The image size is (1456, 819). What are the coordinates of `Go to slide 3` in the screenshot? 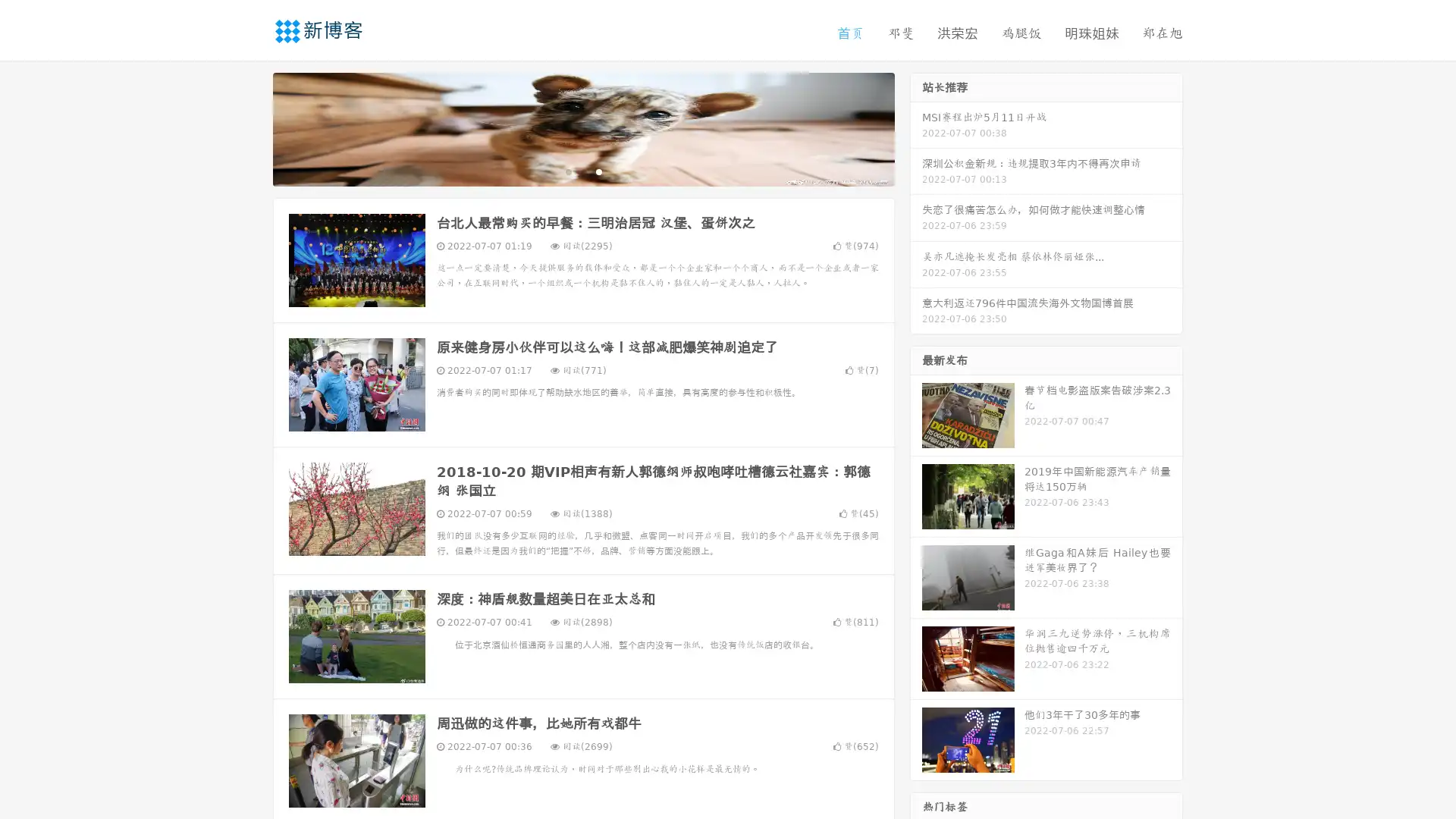 It's located at (598, 171).